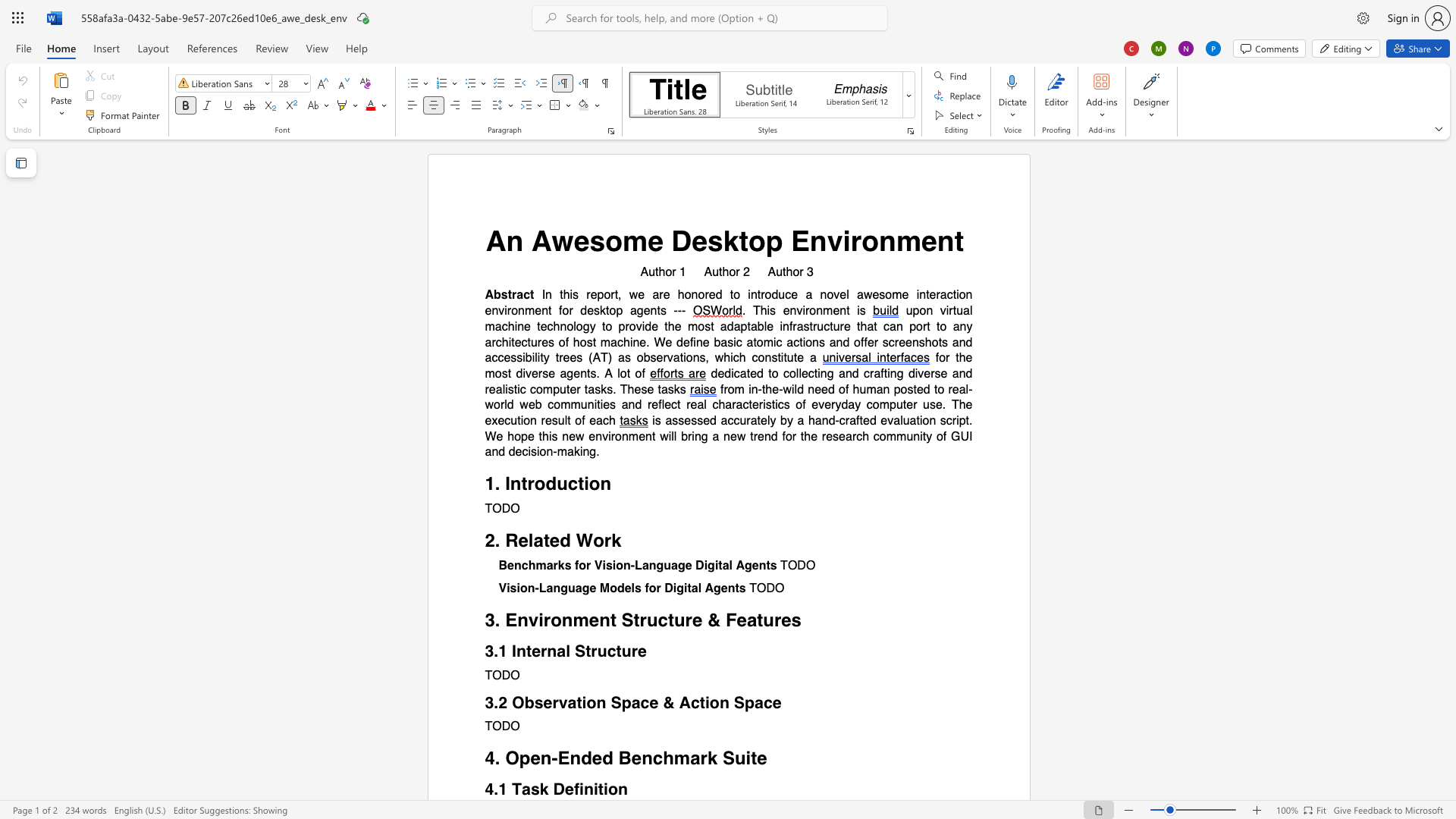 This screenshot has width=1456, height=819. What do you see at coordinates (618, 758) in the screenshot?
I see `the subset text "Benchma" within the text "4. Open-Ended Benchmark Suite"` at bounding box center [618, 758].